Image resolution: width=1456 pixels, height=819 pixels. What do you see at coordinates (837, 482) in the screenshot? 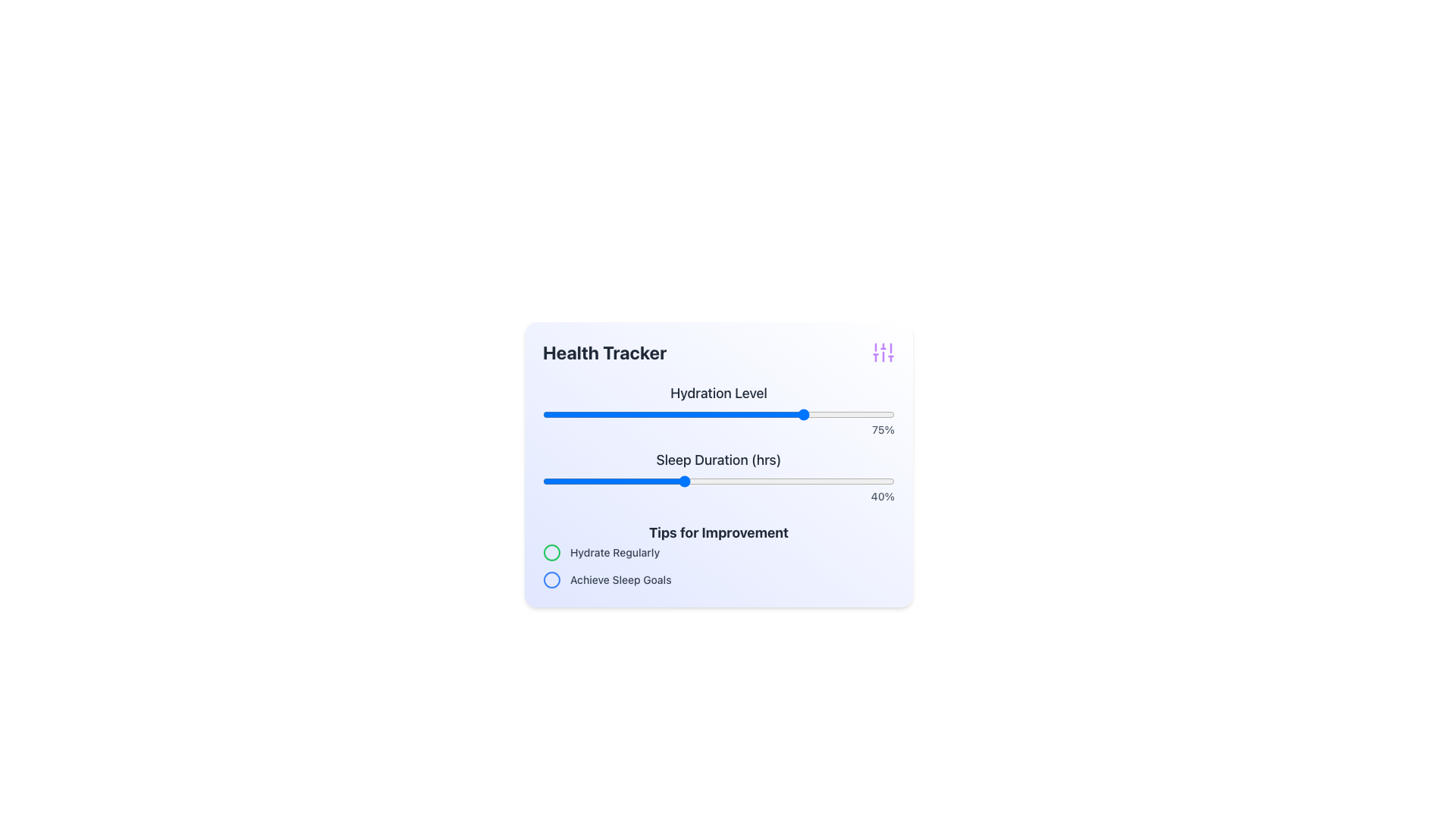
I see `the sleep duration` at bounding box center [837, 482].